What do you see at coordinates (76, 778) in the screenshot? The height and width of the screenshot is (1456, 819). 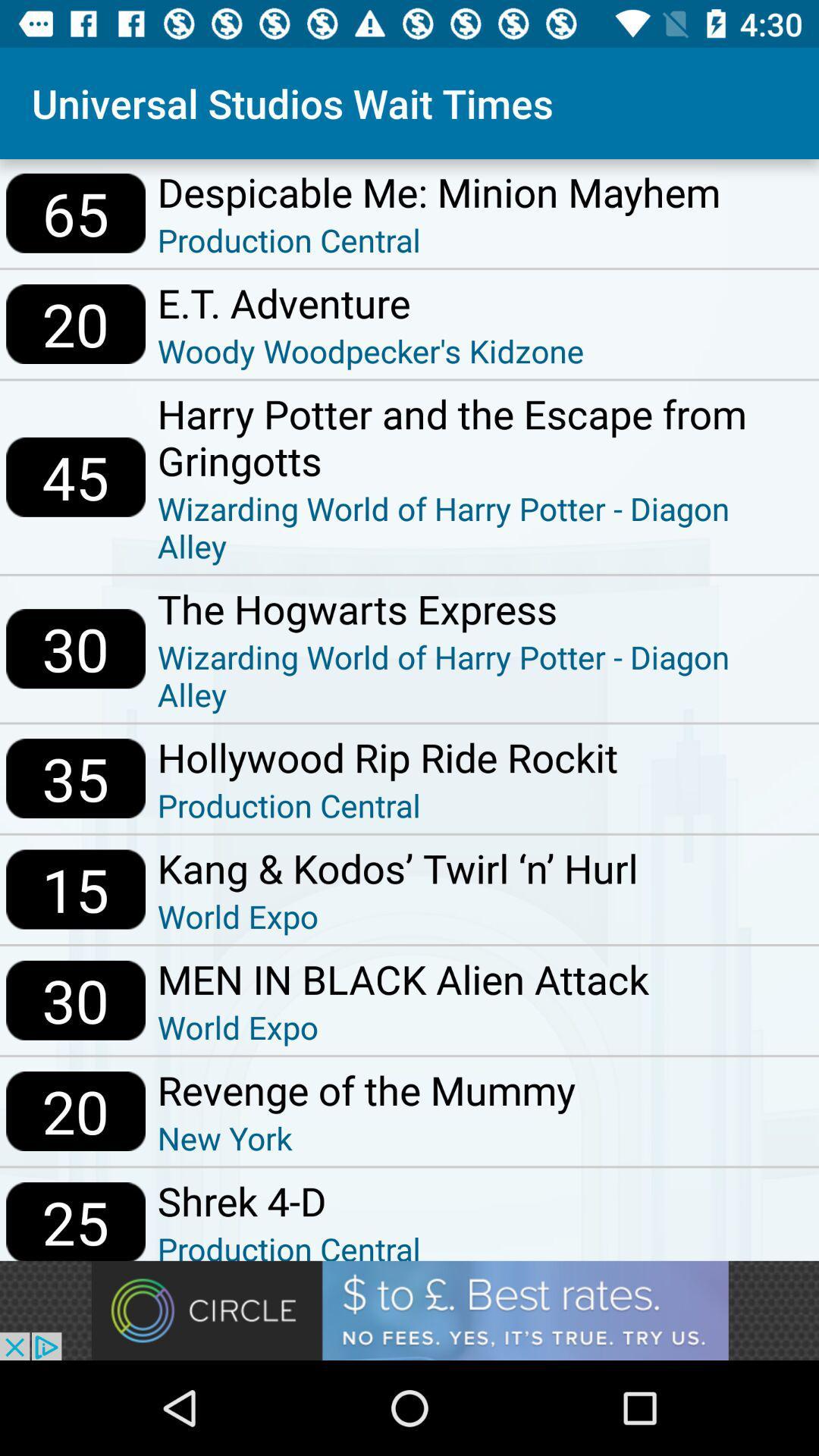 I see `item next to hollywood rip ride icon` at bounding box center [76, 778].